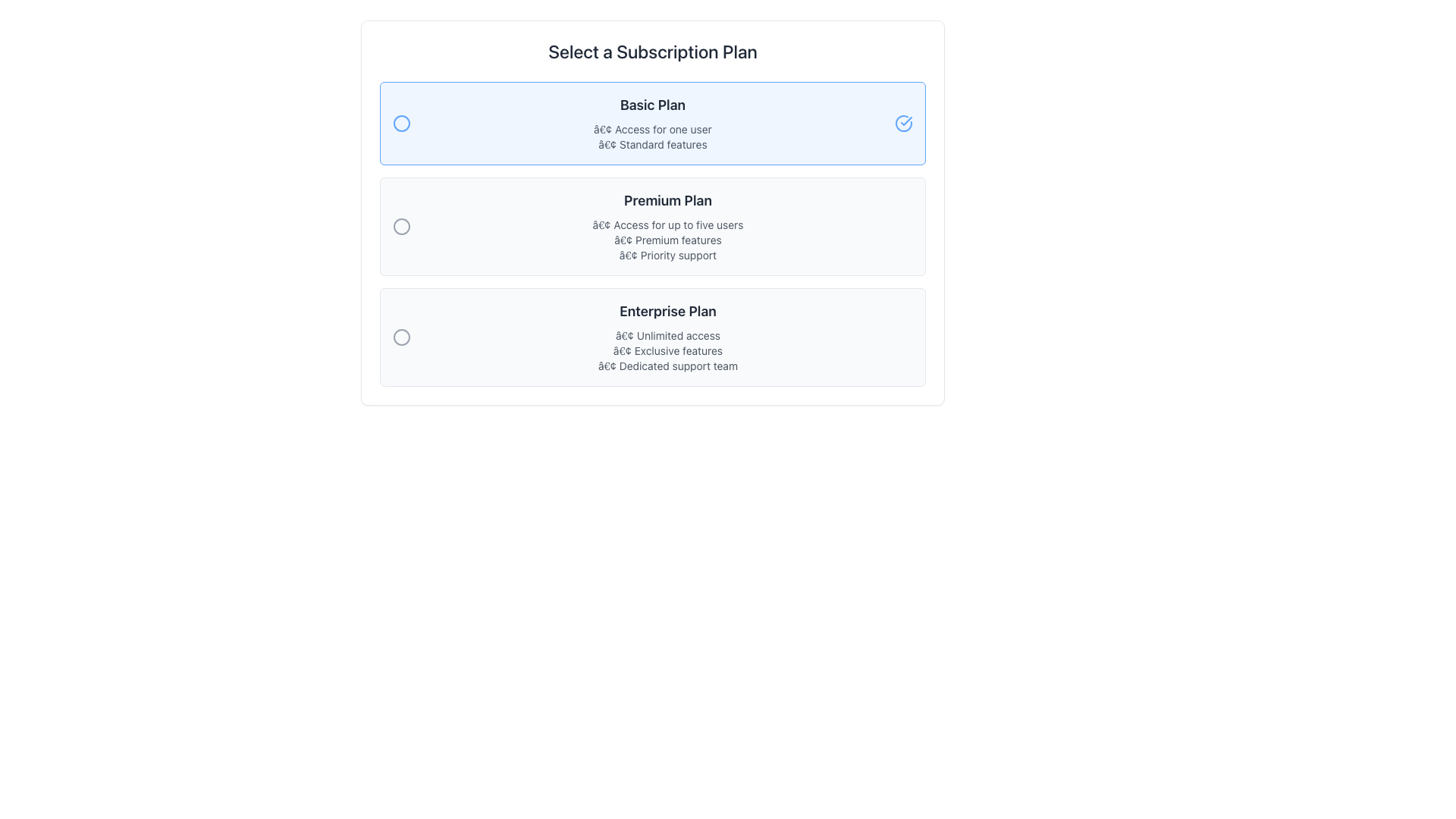 Image resolution: width=1456 pixels, height=819 pixels. Describe the element at coordinates (401, 227) in the screenshot. I see `the radio button visual indicator for the 'Premium Plan' subscription option` at that location.